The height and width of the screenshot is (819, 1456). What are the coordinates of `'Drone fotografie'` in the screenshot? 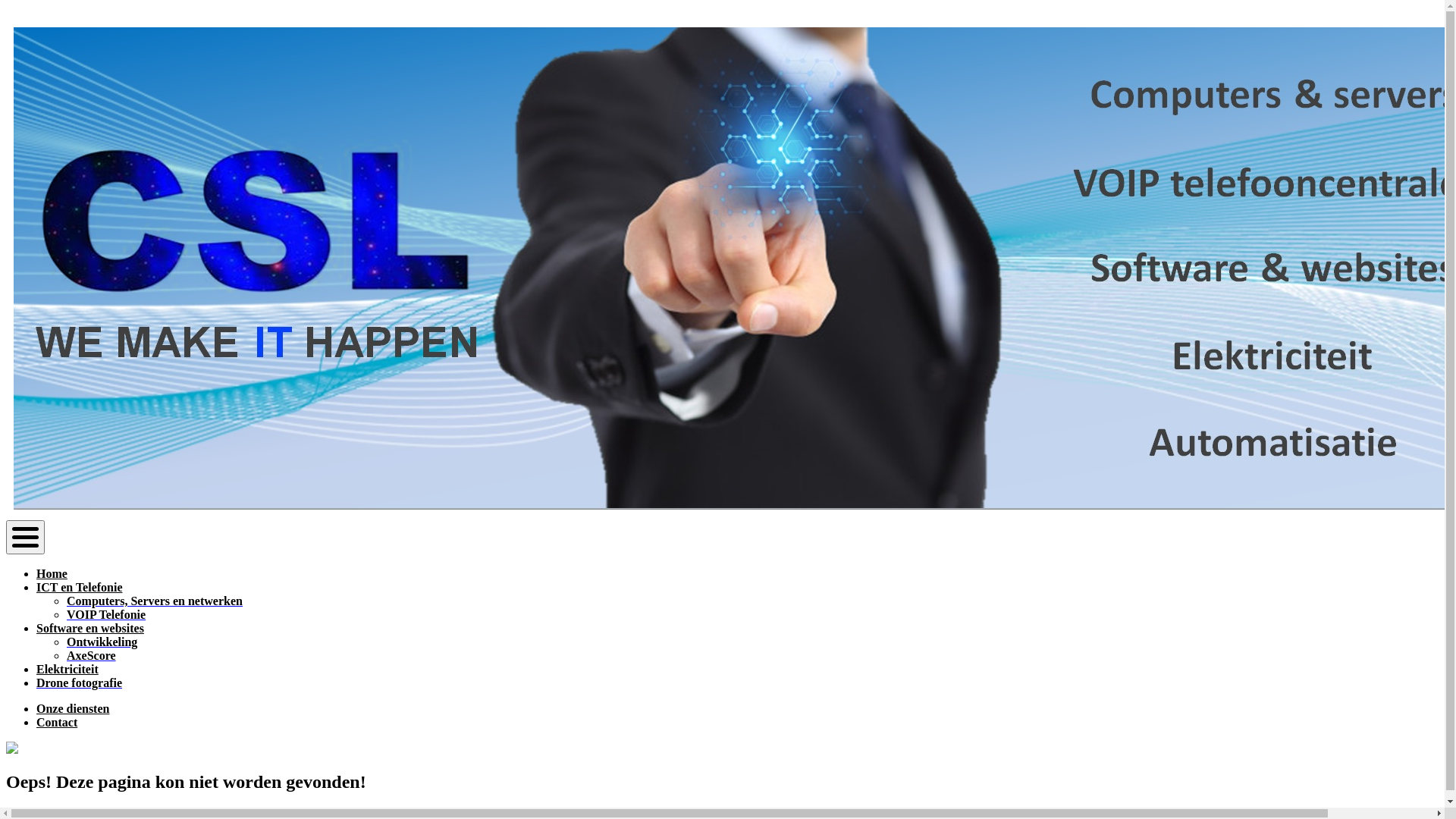 It's located at (36, 682).